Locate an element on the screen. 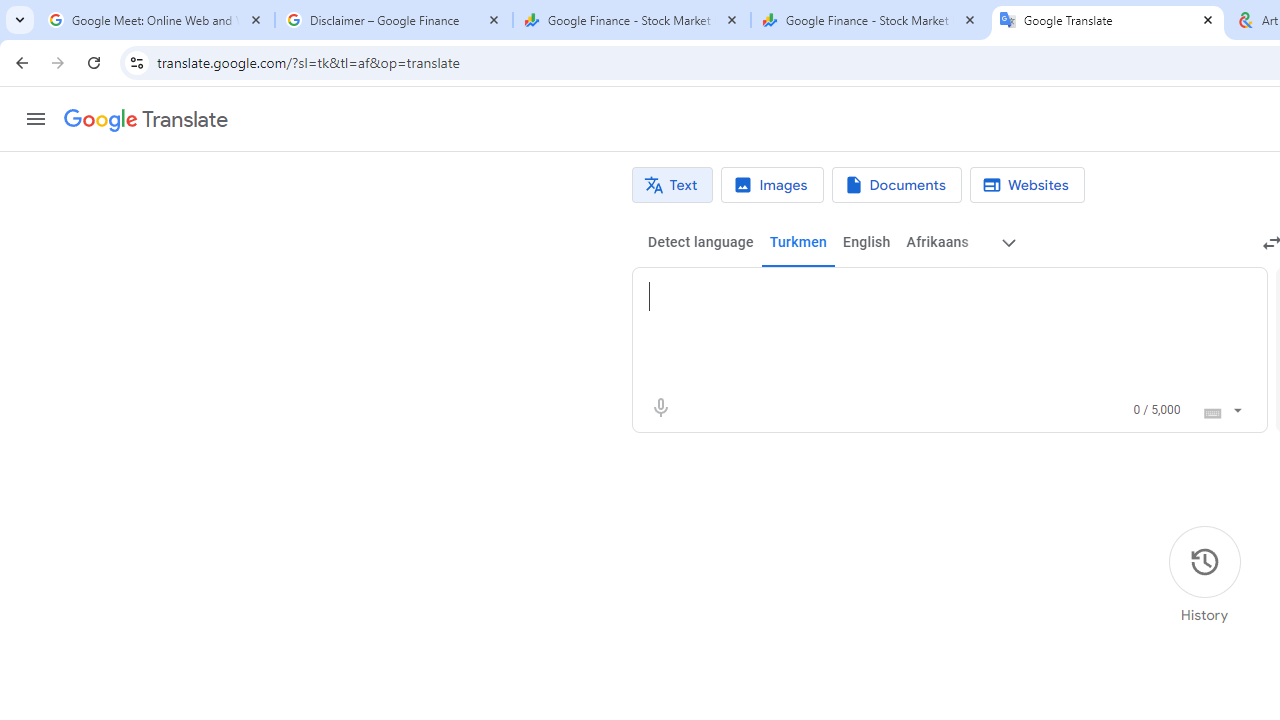 This screenshot has width=1280, height=720. 'Show the Input Tools menu' is located at coordinates (1236, 406).